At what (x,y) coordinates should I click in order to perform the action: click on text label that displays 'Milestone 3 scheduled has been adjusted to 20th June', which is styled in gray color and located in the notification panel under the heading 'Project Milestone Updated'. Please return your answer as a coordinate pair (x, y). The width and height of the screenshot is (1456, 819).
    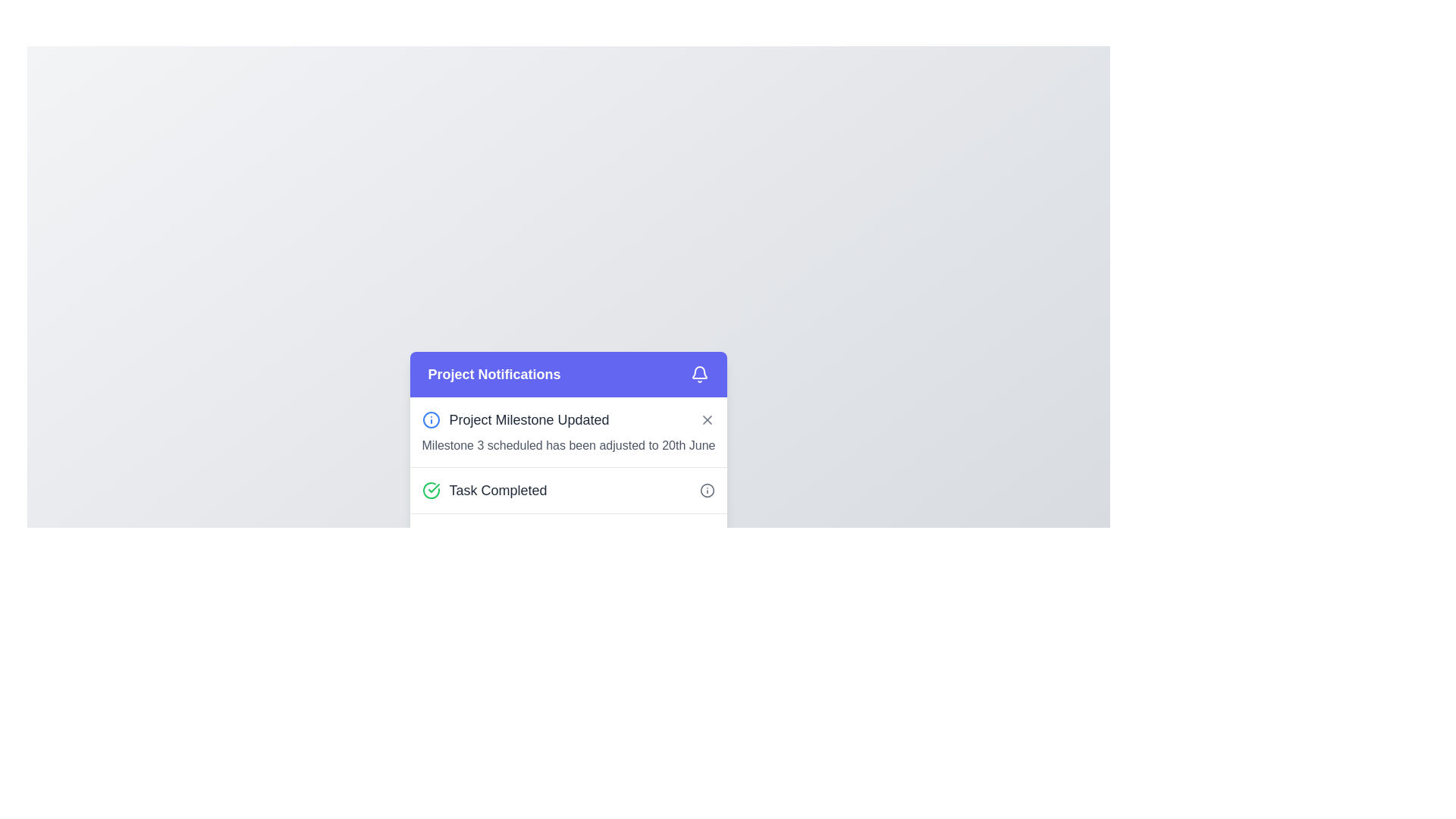
    Looking at the image, I should click on (567, 444).